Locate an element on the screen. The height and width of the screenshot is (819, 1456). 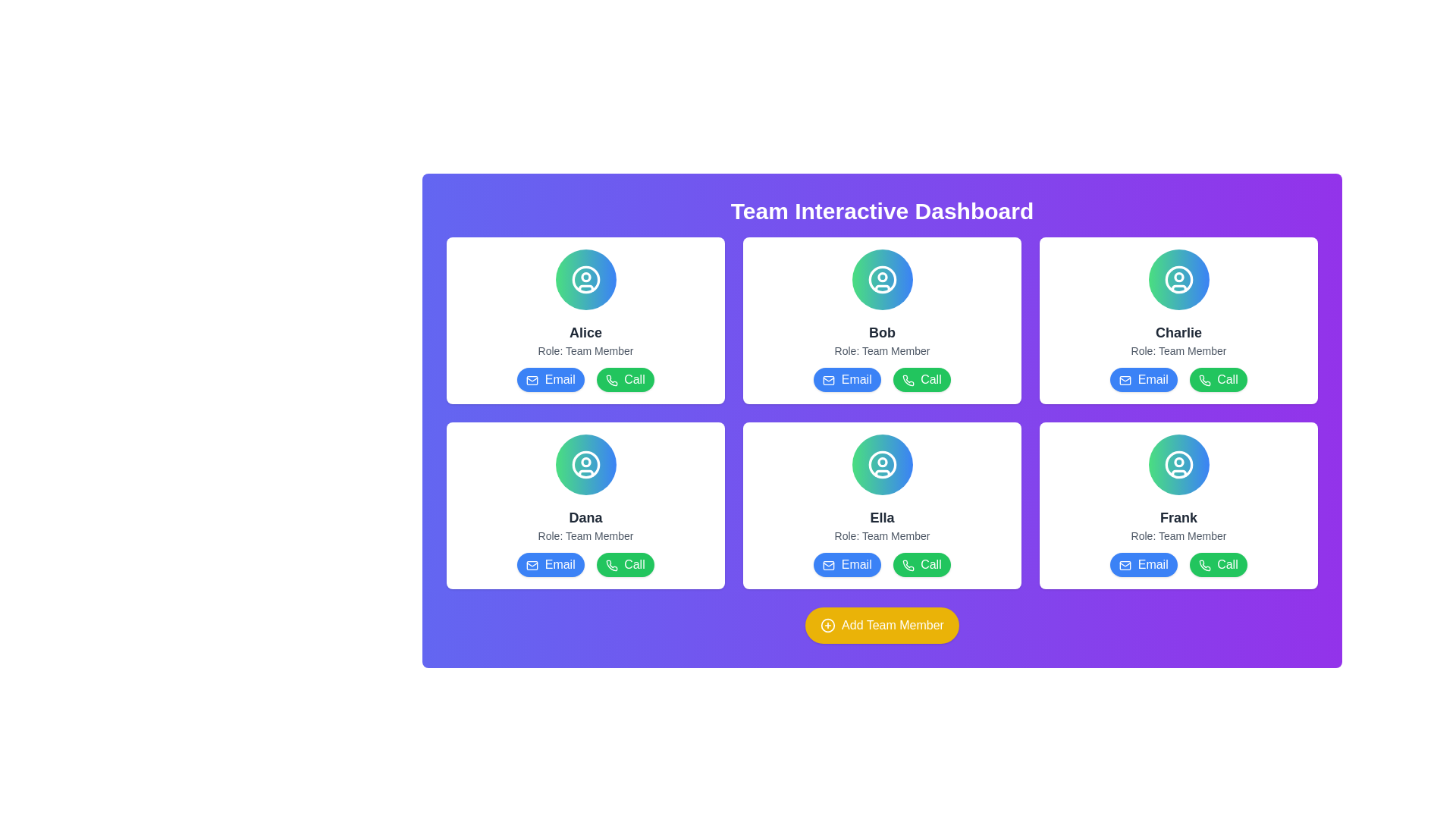
the circular gradient background icon representing the user 'Frank' in the sixth card of the interactive team dashboard is located at coordinates (1178, 464).